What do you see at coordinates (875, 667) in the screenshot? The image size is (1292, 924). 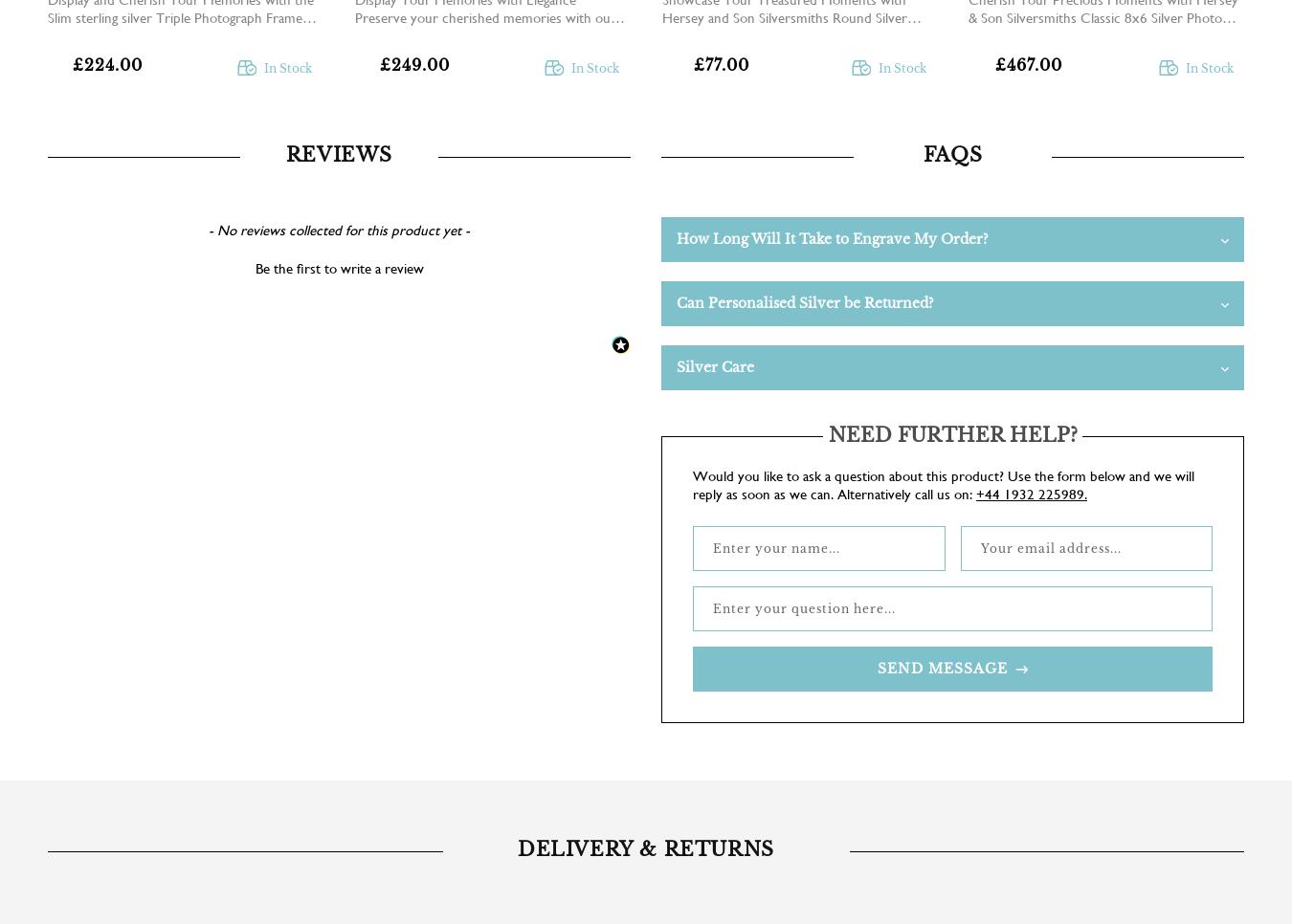 I see `'send message'` at bounding box center [875, 667].